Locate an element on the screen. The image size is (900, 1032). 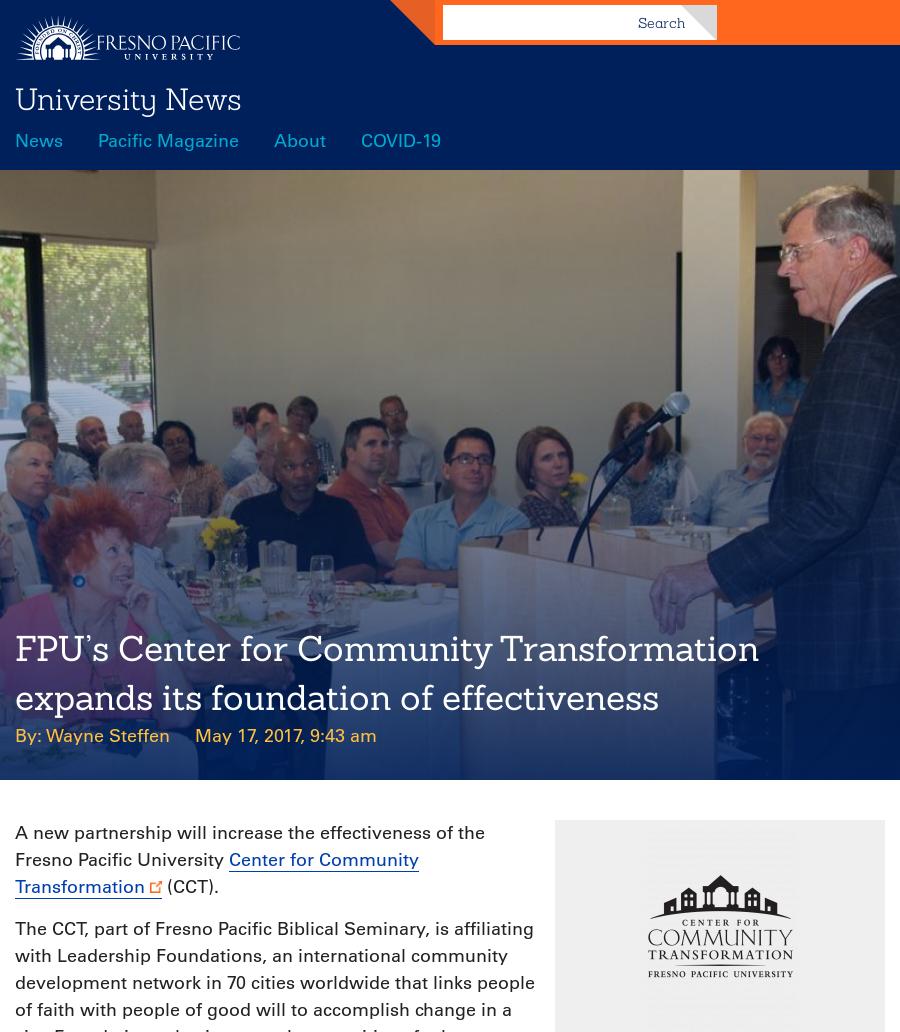
'May 17, 2017, 9:43 am' is located at coordinates (285, 735).